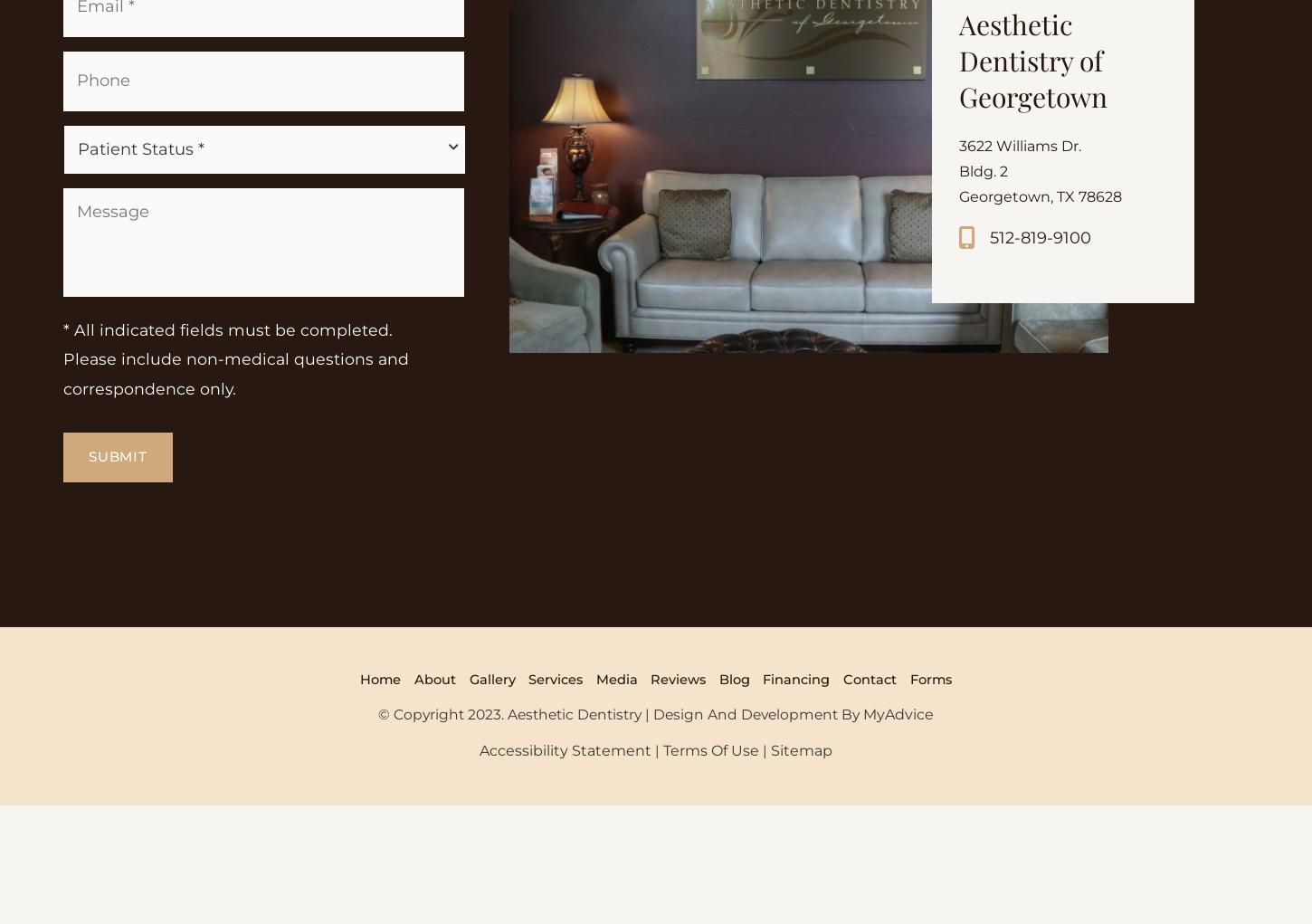  What do you see at coordinates (984, 300) in the screenshot?
I see `'Bldg. 2'` at bounding box center [984, 300].